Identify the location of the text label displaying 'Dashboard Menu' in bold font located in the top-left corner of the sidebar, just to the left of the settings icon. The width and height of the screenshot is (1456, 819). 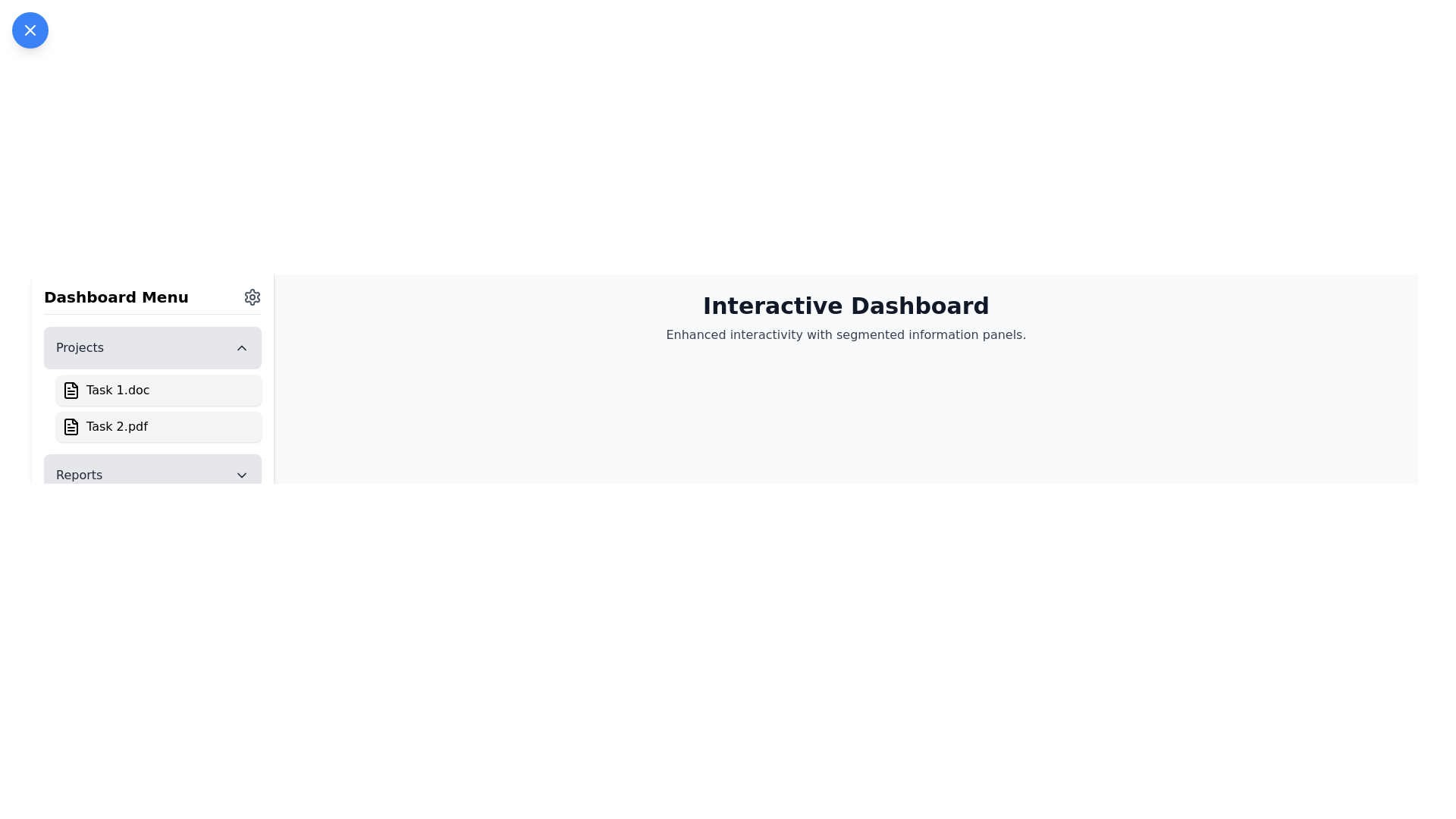
(115, 297).